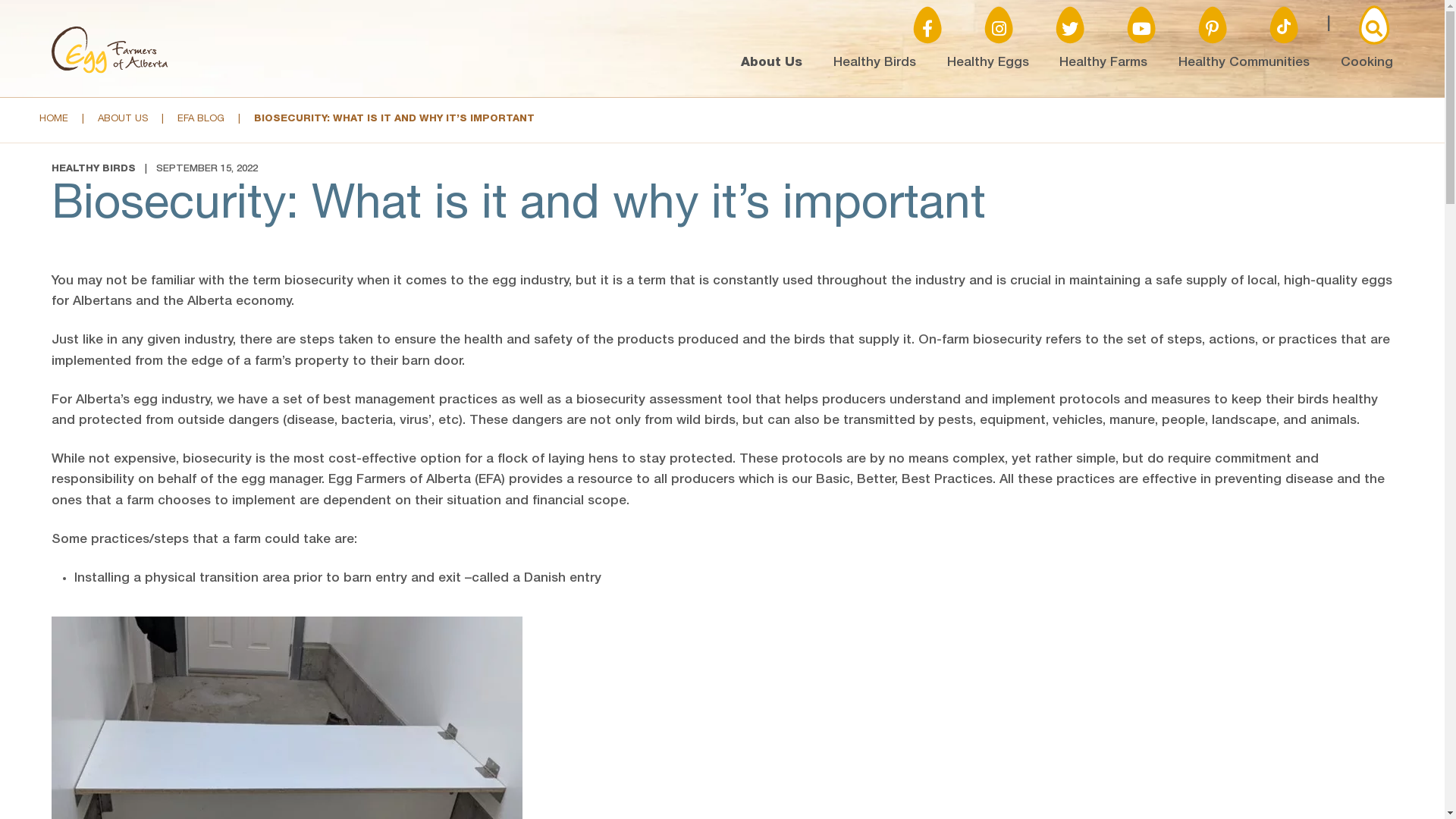  Describe the element at coordinates (39, 118) in the screenshot. I see `'HOME'` at that location.